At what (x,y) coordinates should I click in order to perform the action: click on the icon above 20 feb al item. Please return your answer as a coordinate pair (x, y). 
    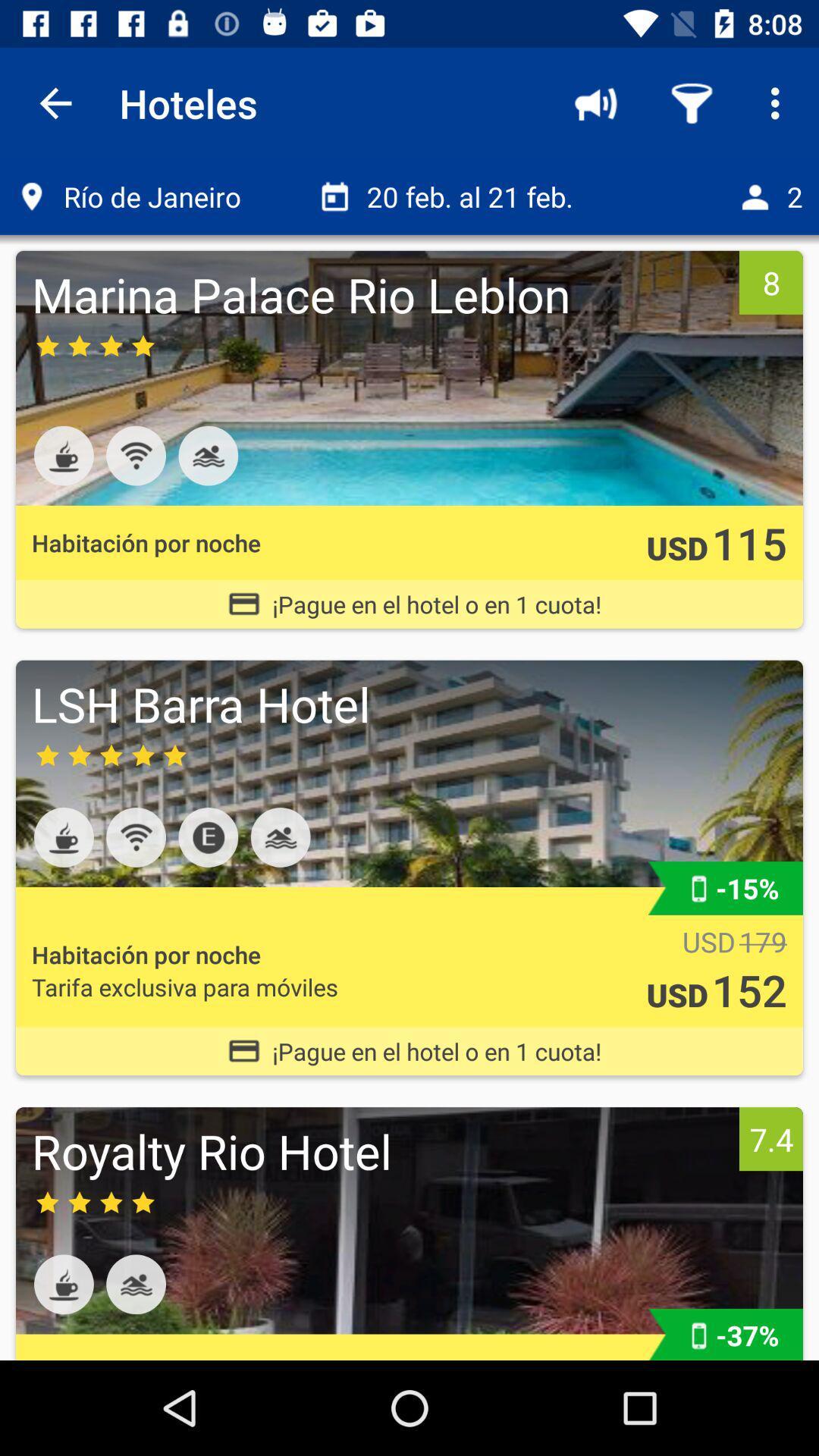
    Looking at the image, I should click on (595, 102).